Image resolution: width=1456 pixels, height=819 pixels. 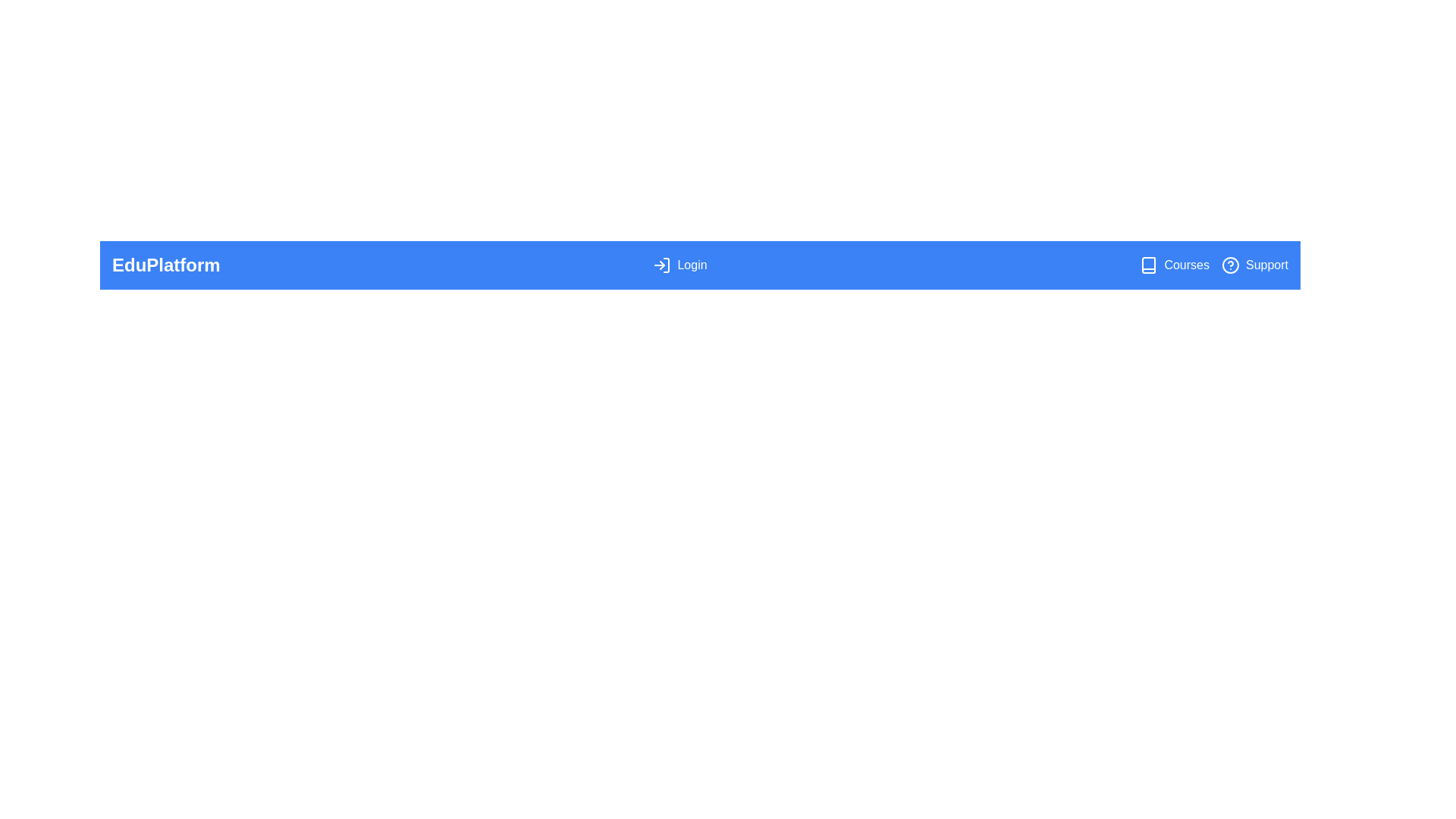 What do you see at coordinates (679, 265) in the screenshot?
I see `the 'Login' button, which is styled with white text on a blue background` at bounding box center [679, 265].